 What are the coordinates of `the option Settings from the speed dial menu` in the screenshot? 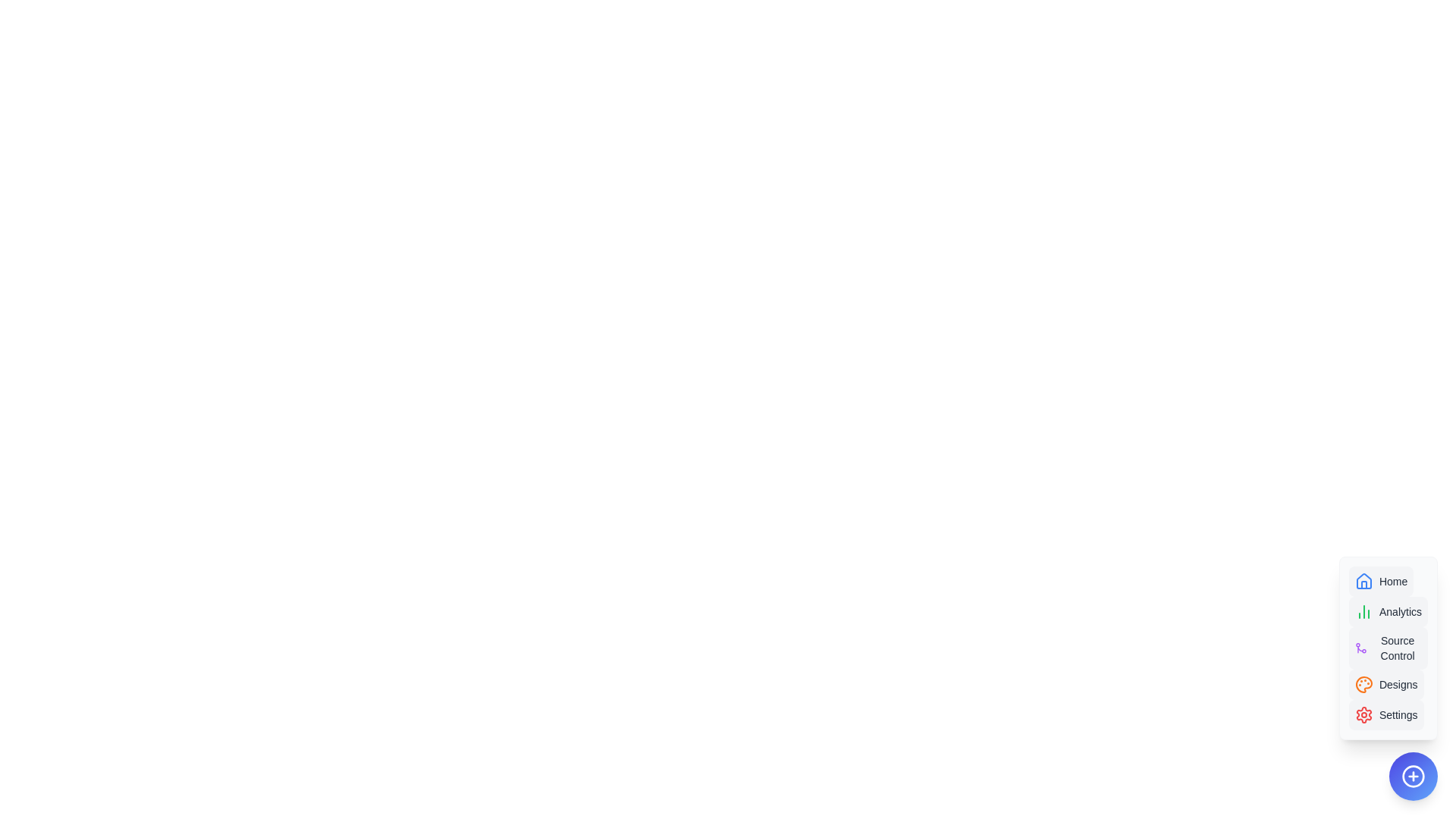 It's located at (1386, 714).